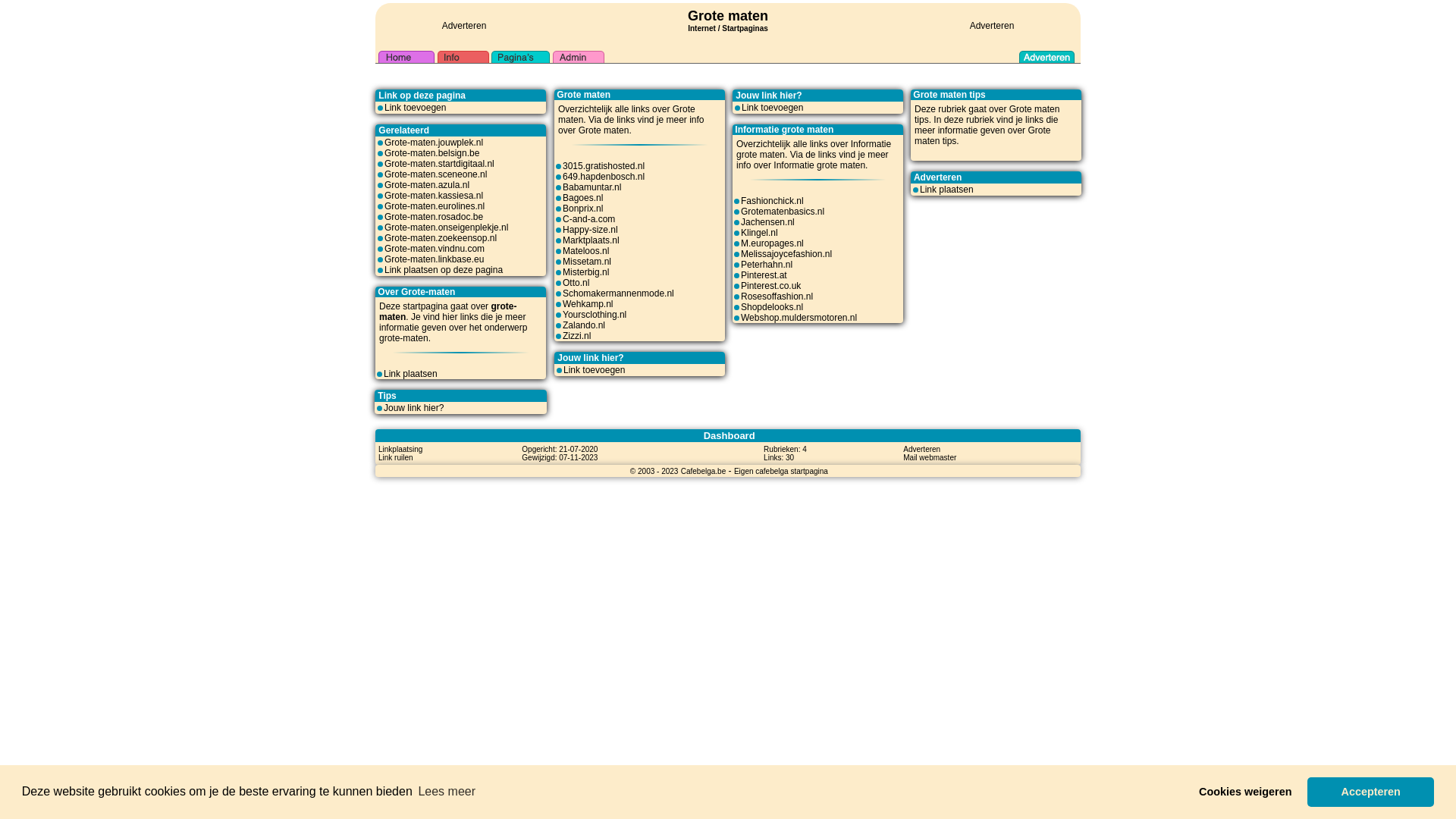 This screenshot has width=1456, height=819. I want to click on 'Wehkamp.nl', so click(586, 304).